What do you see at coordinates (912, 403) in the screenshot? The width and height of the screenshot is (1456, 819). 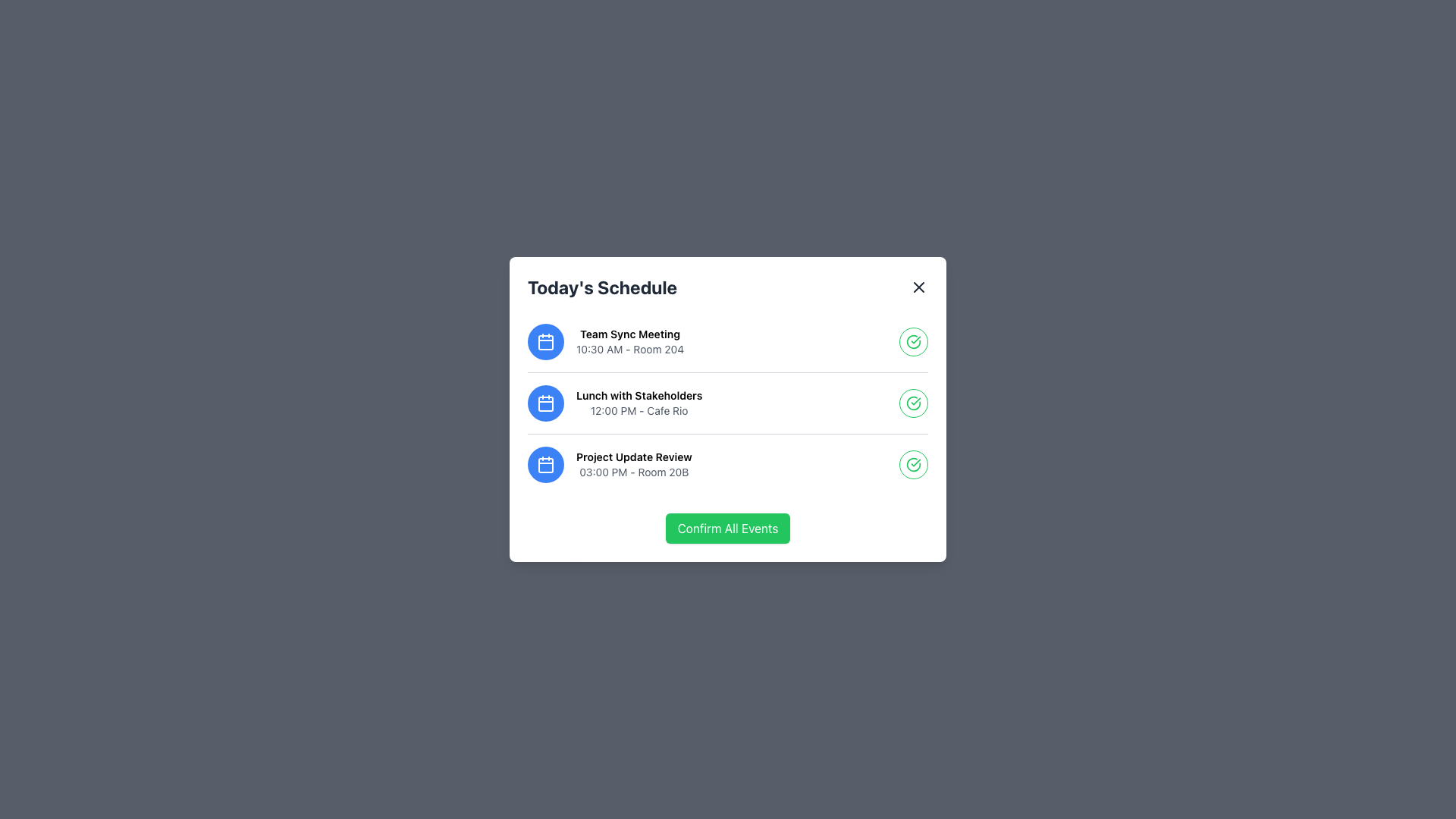 I see `the circular confirmation button located to the far right of the 'Lunch with Stakeholders 12:00 PM - Cafe Rio' section to confirm the event` at bounding box center [912, 403].